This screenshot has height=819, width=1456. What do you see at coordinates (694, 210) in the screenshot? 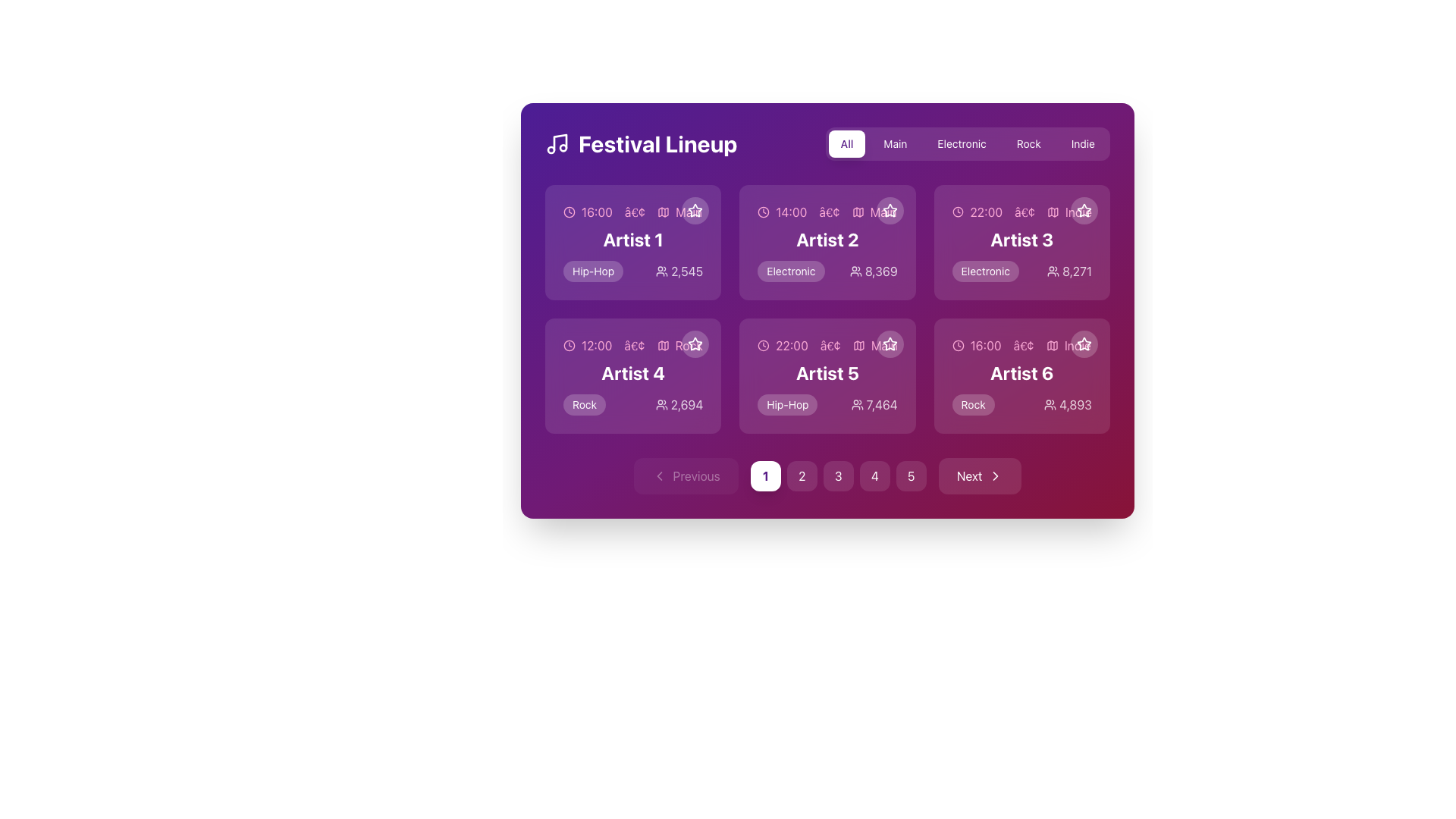
I see `the star-shaped icon located in the upper-right corner of the 'Artist 1' card` at bounding box center [694, 210].